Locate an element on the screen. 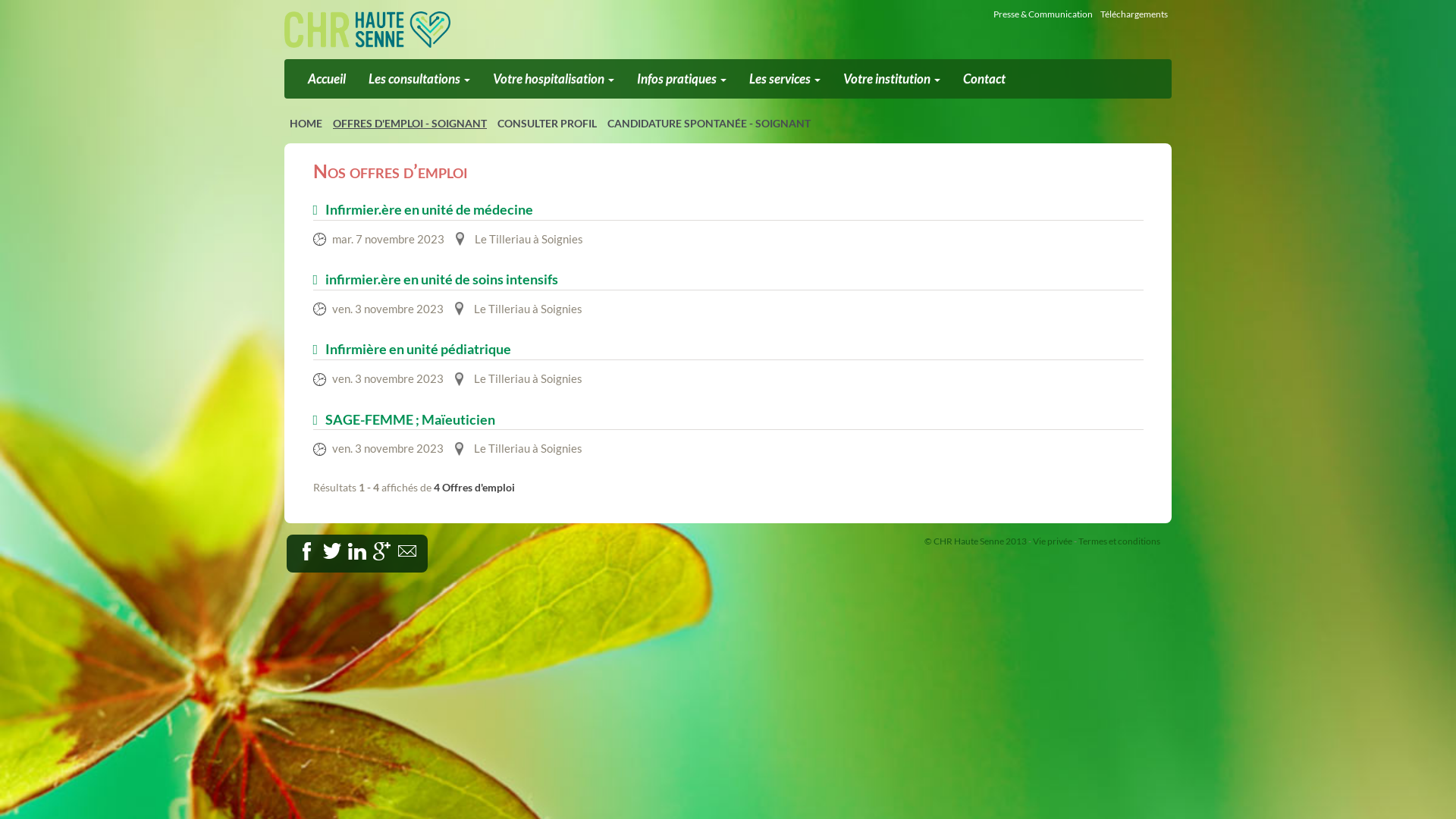 This screenshot has height=819, width=1456. 'Facebook' is located at coordinates (306, 551).